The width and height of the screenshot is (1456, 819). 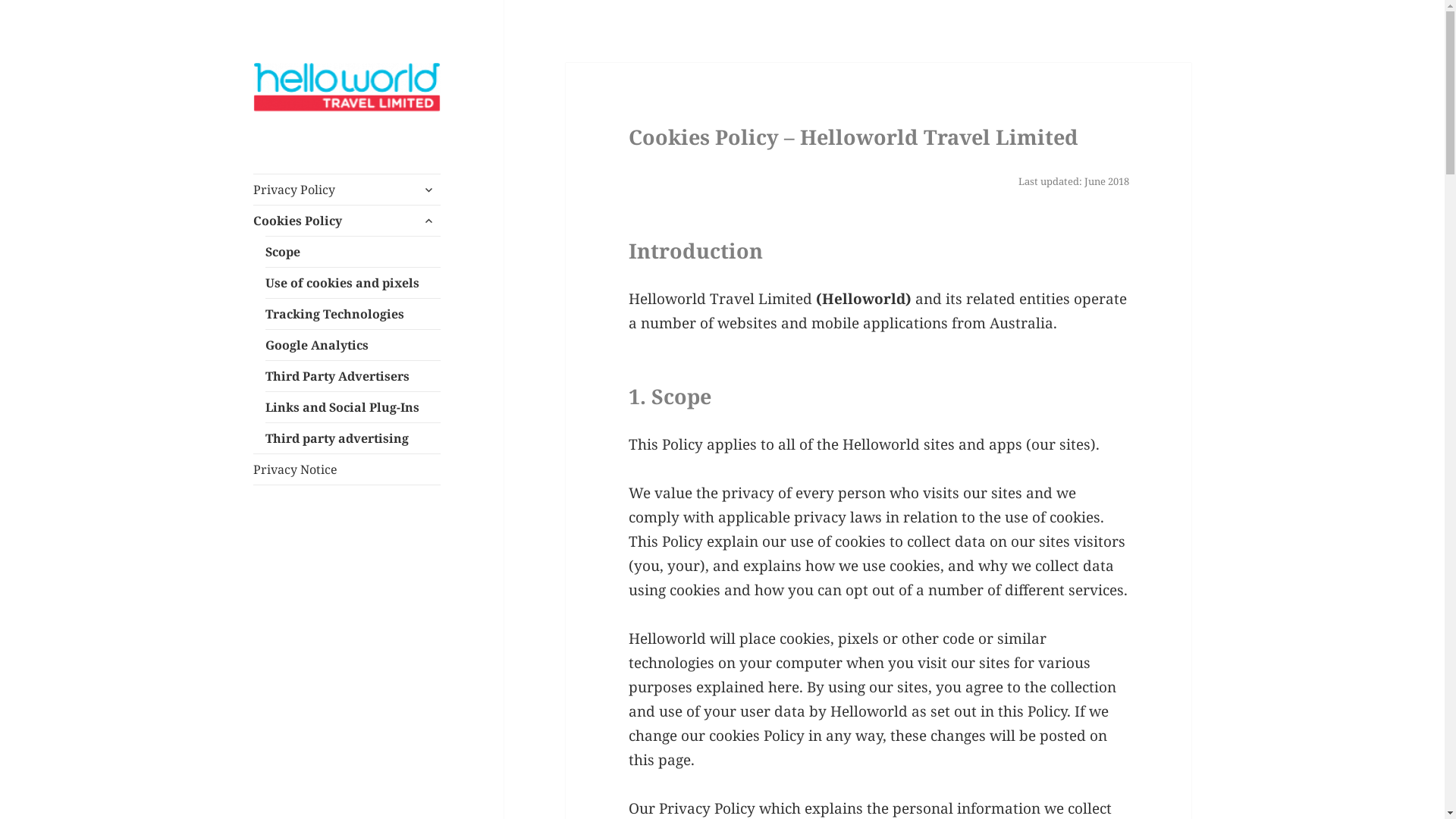 I want to click on 'Tracking Technologies', so click(x=352, y=312).